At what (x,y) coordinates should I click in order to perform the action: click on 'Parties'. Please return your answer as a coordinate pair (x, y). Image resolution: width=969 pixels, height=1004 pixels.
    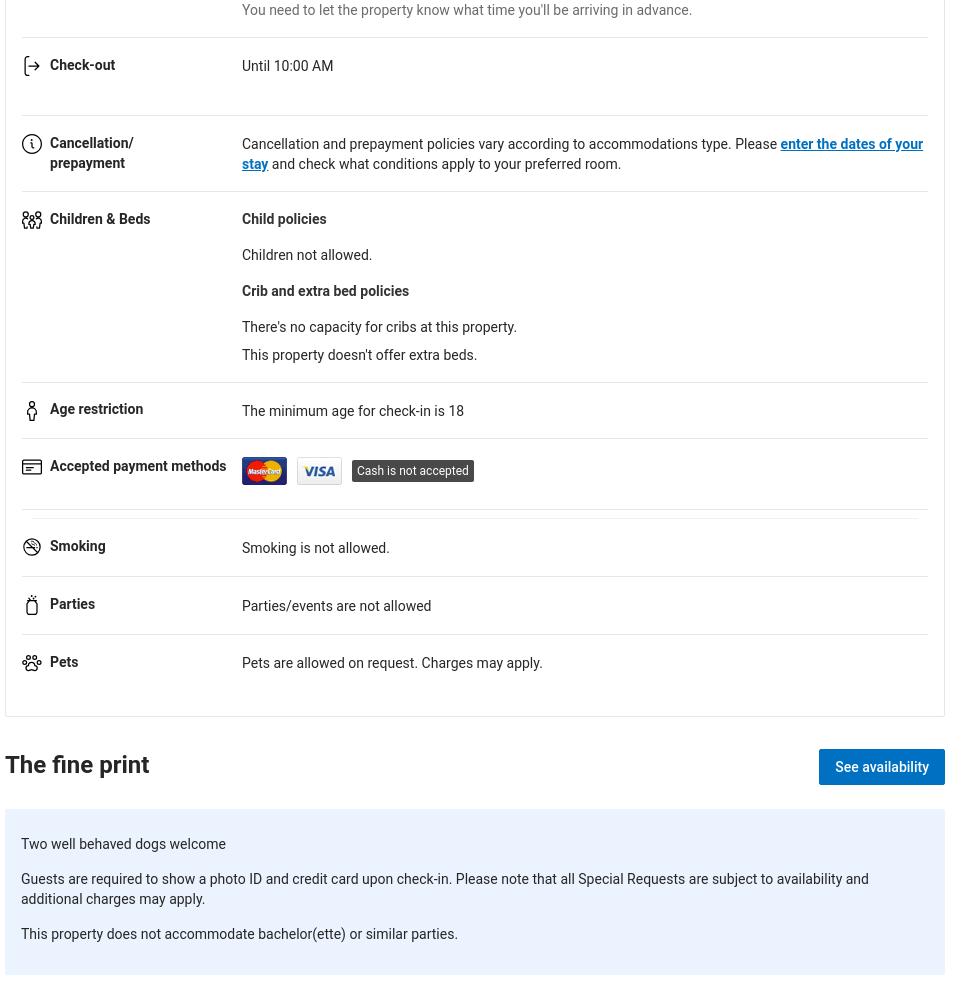
    Looking at the image, I should click on (71, 603).